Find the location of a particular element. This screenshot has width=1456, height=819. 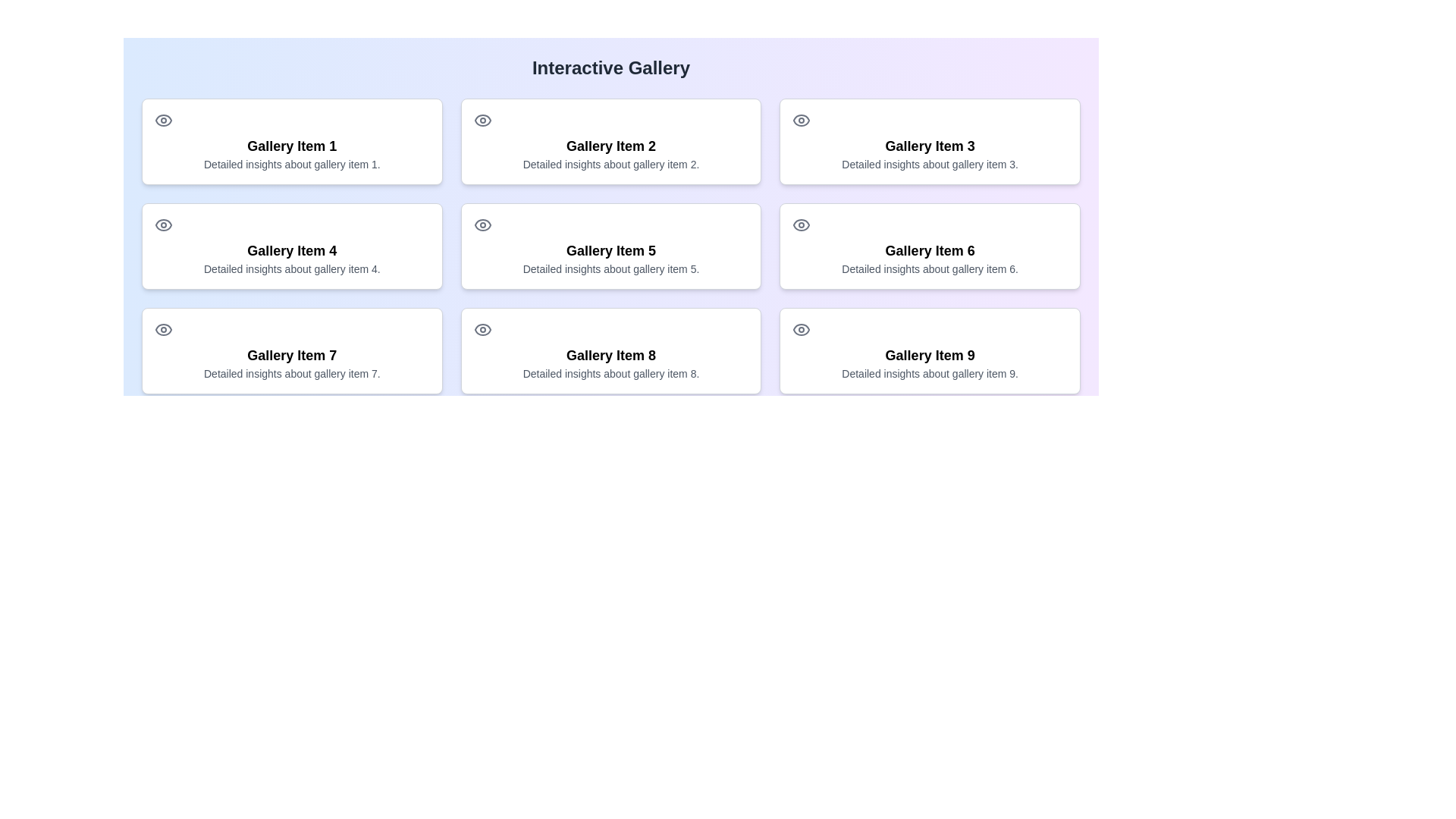

the visual indicator icon located at the top-left corner of the card labeled 'Gallery Item 8' to initiate an action is located at coordinates (482, 329).